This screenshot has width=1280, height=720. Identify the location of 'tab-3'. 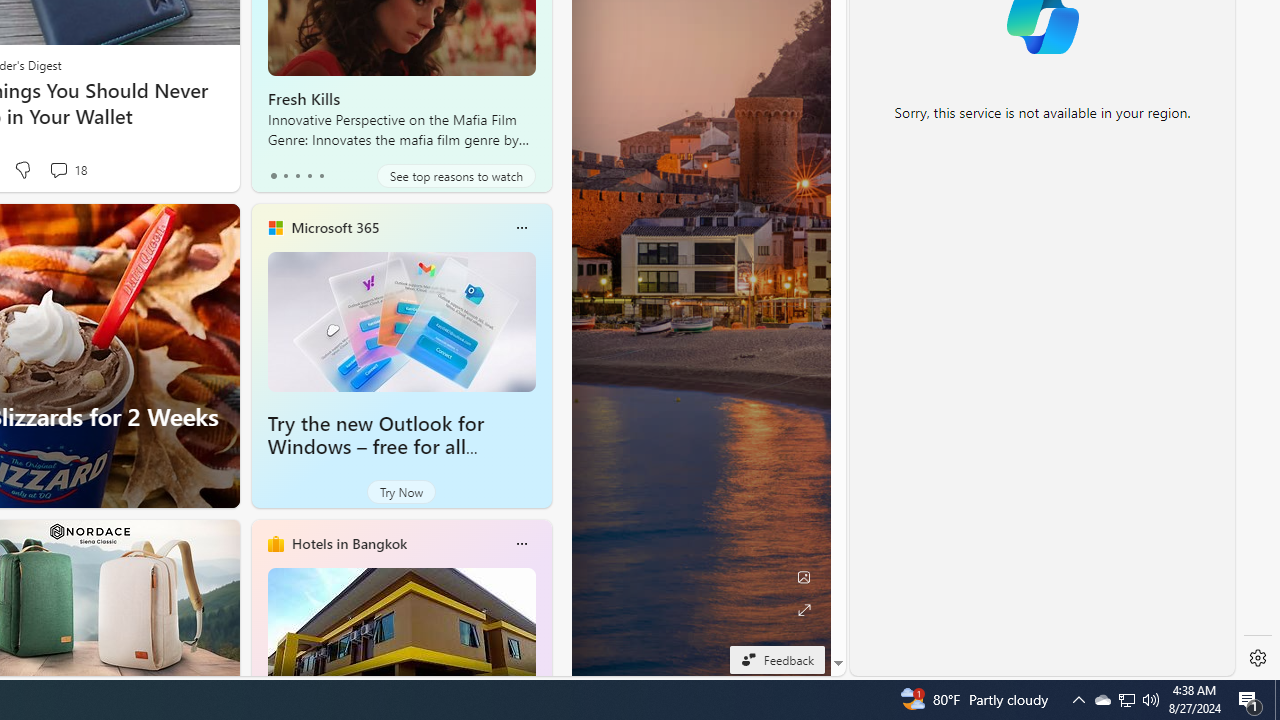
(308, 175).